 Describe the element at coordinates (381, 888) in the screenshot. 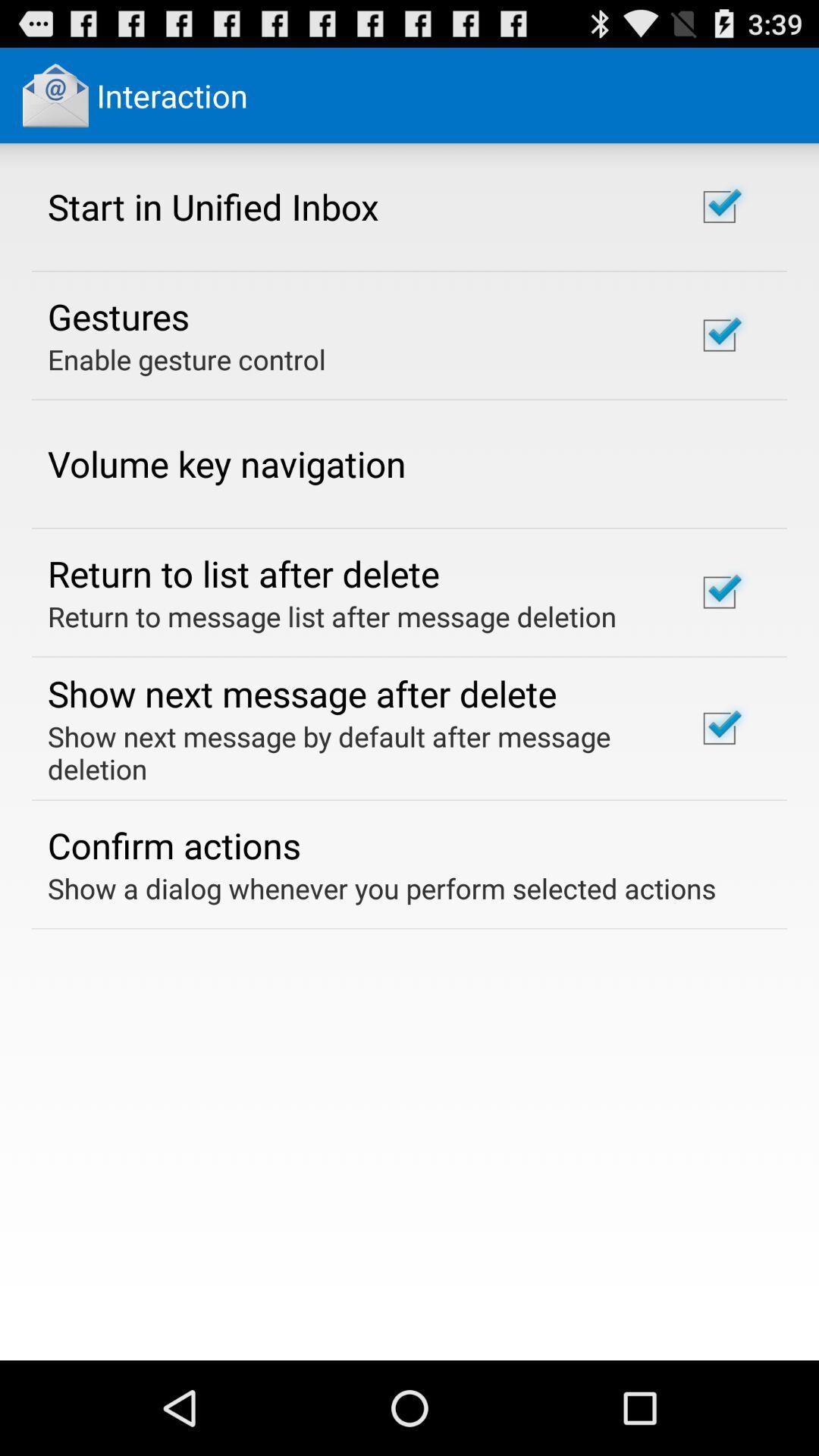

I see `show a dialog item` at that location.